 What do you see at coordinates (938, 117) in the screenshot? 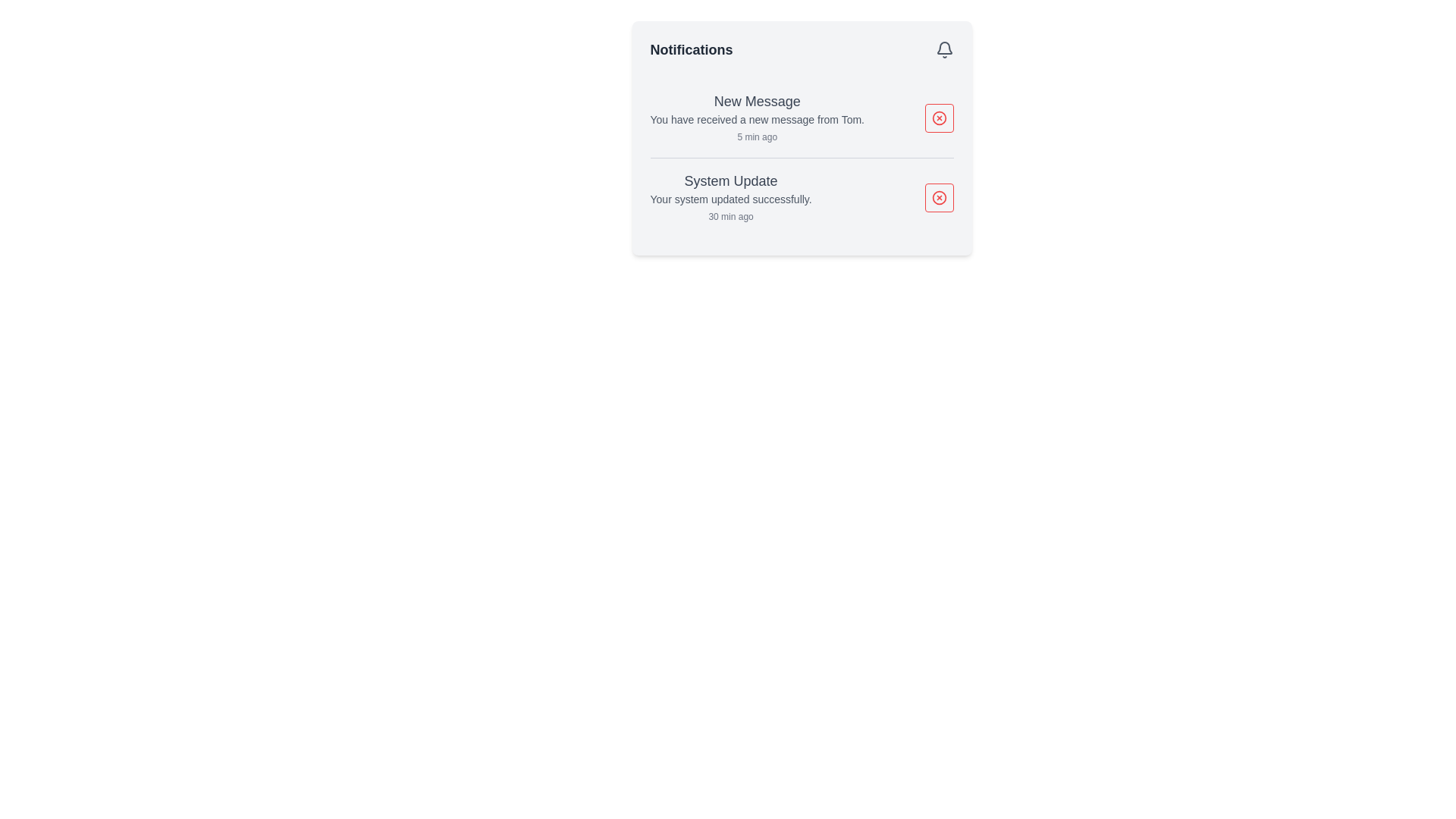
I see `the small square button with rounded corners that has a thin red border and a circular icon with a cross symbol, located in the top message card of the list` at bounding box center [938, 117].